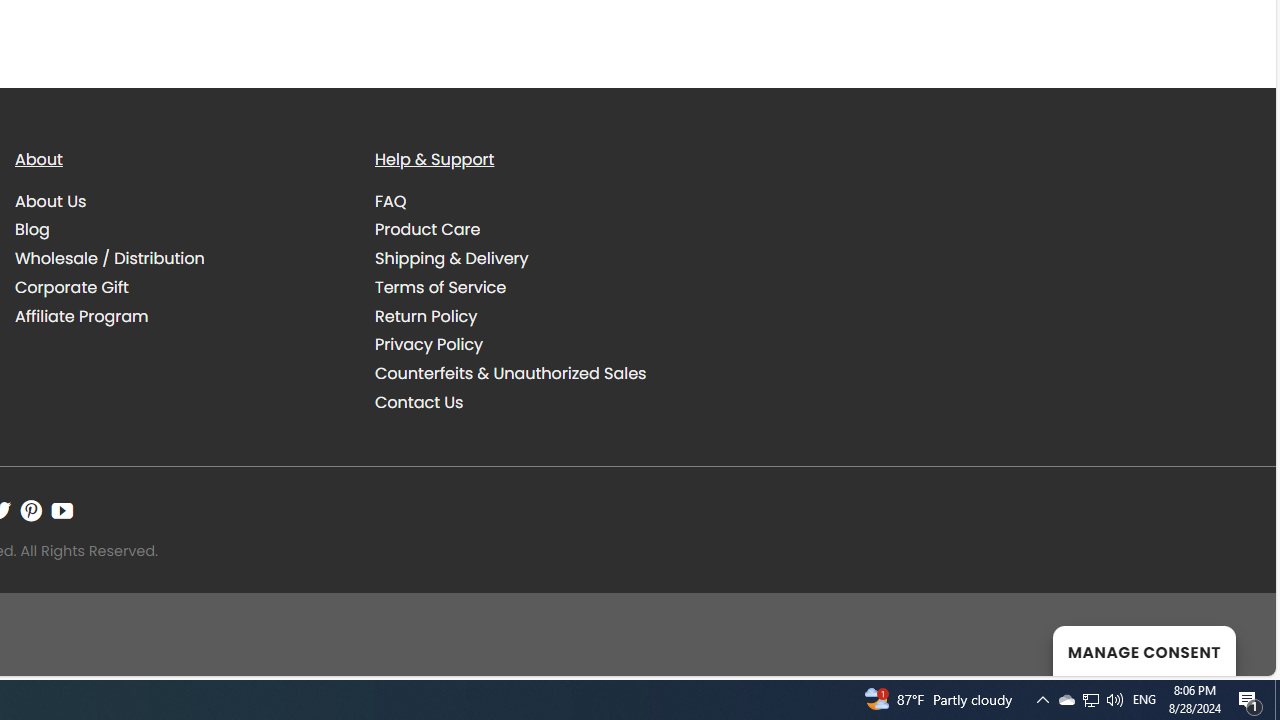 The image size is (1280, 720). What do you see at coordinates (62, 510) in the screenshot?
I see `'Follow on YouTube'` at bounding box center [62, 510].